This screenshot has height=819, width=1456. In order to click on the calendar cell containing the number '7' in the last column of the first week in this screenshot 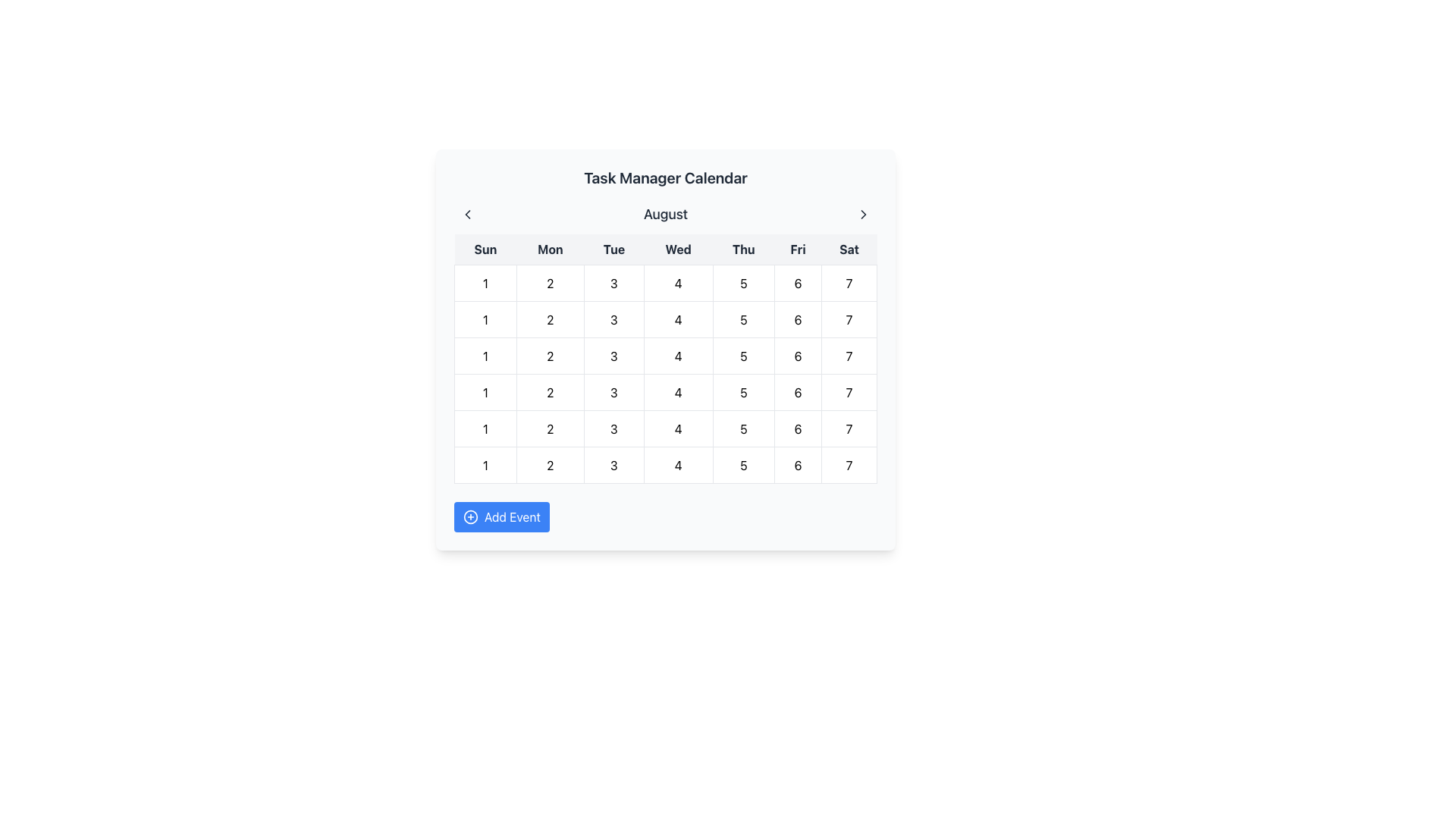, I will do `click(849, 318)`.